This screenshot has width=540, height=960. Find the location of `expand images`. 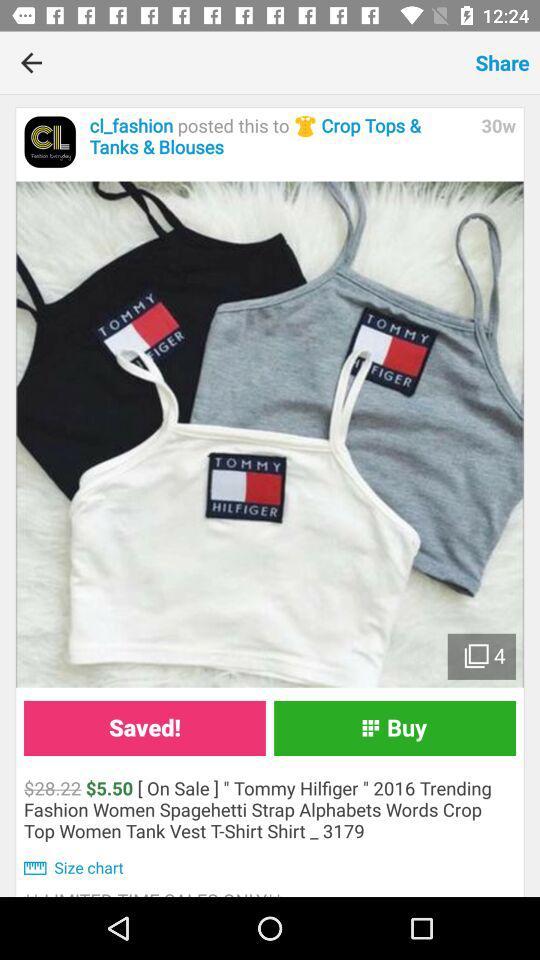

expand images is located at coordinates (270, 434).